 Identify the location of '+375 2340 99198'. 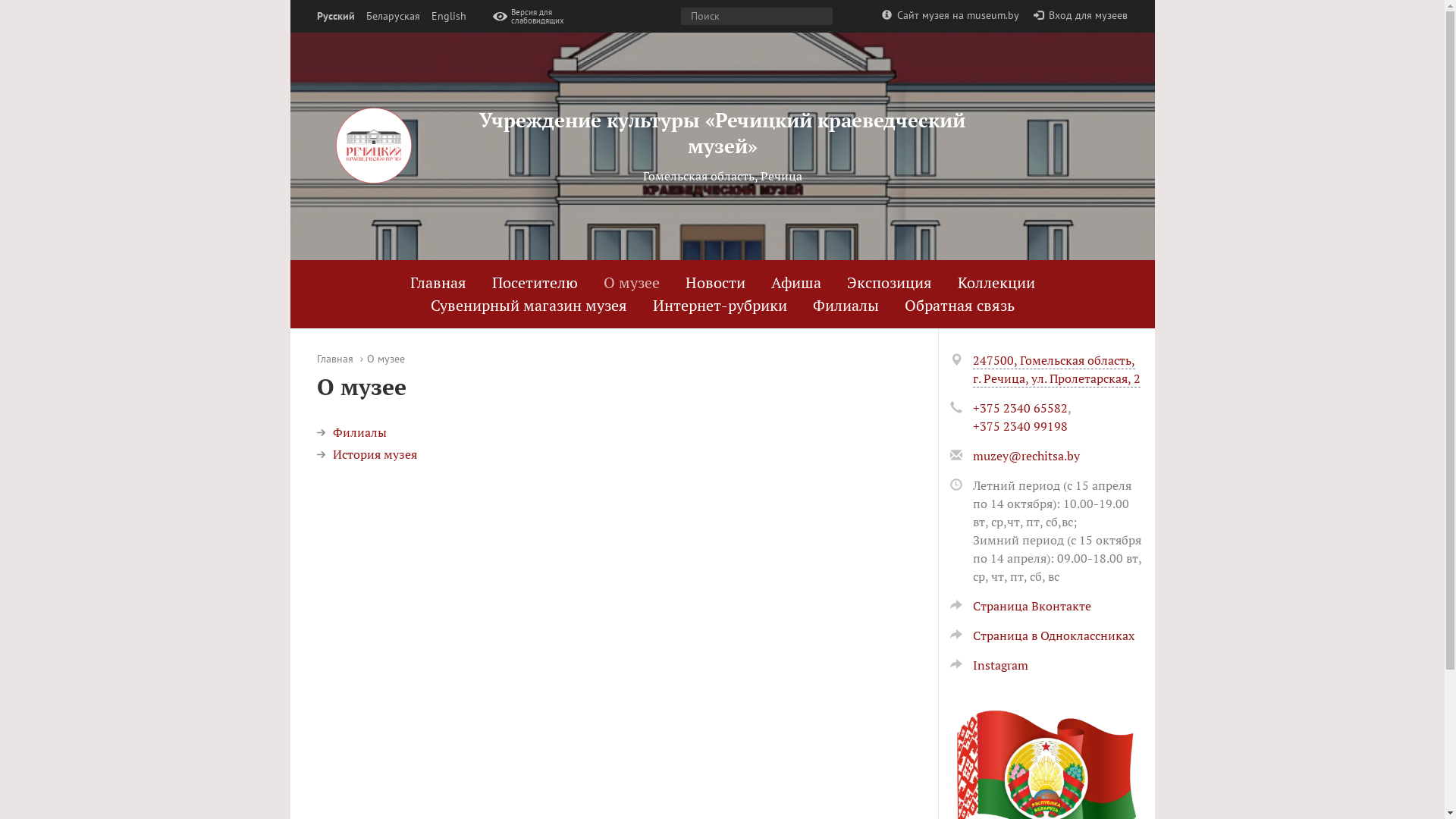
(1019, 426).